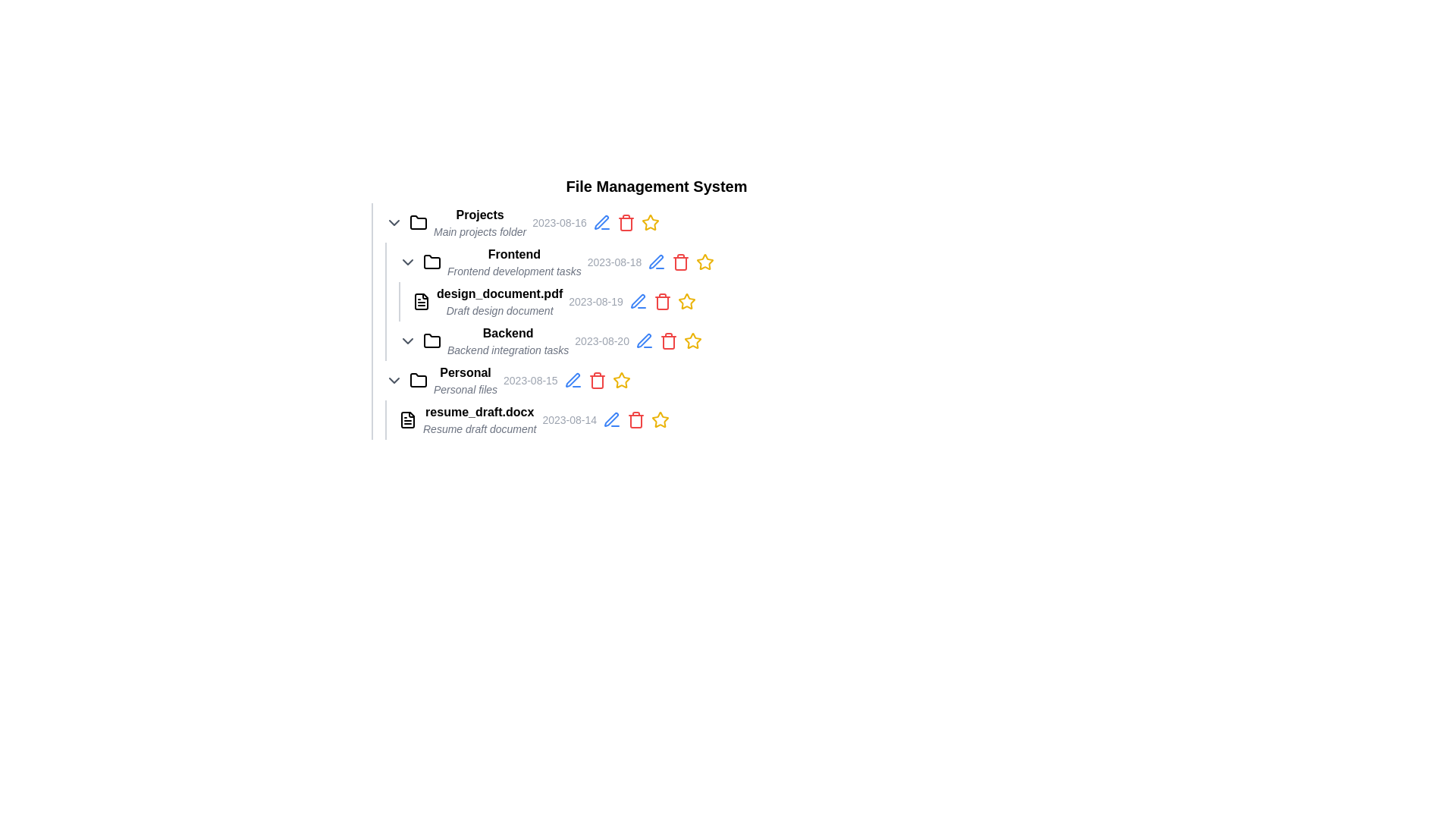  Describe the element at coordinates (419, 379) in the screenshot. I see `the folder icon associated with the 'Personal' section in the file management interface` at that location.